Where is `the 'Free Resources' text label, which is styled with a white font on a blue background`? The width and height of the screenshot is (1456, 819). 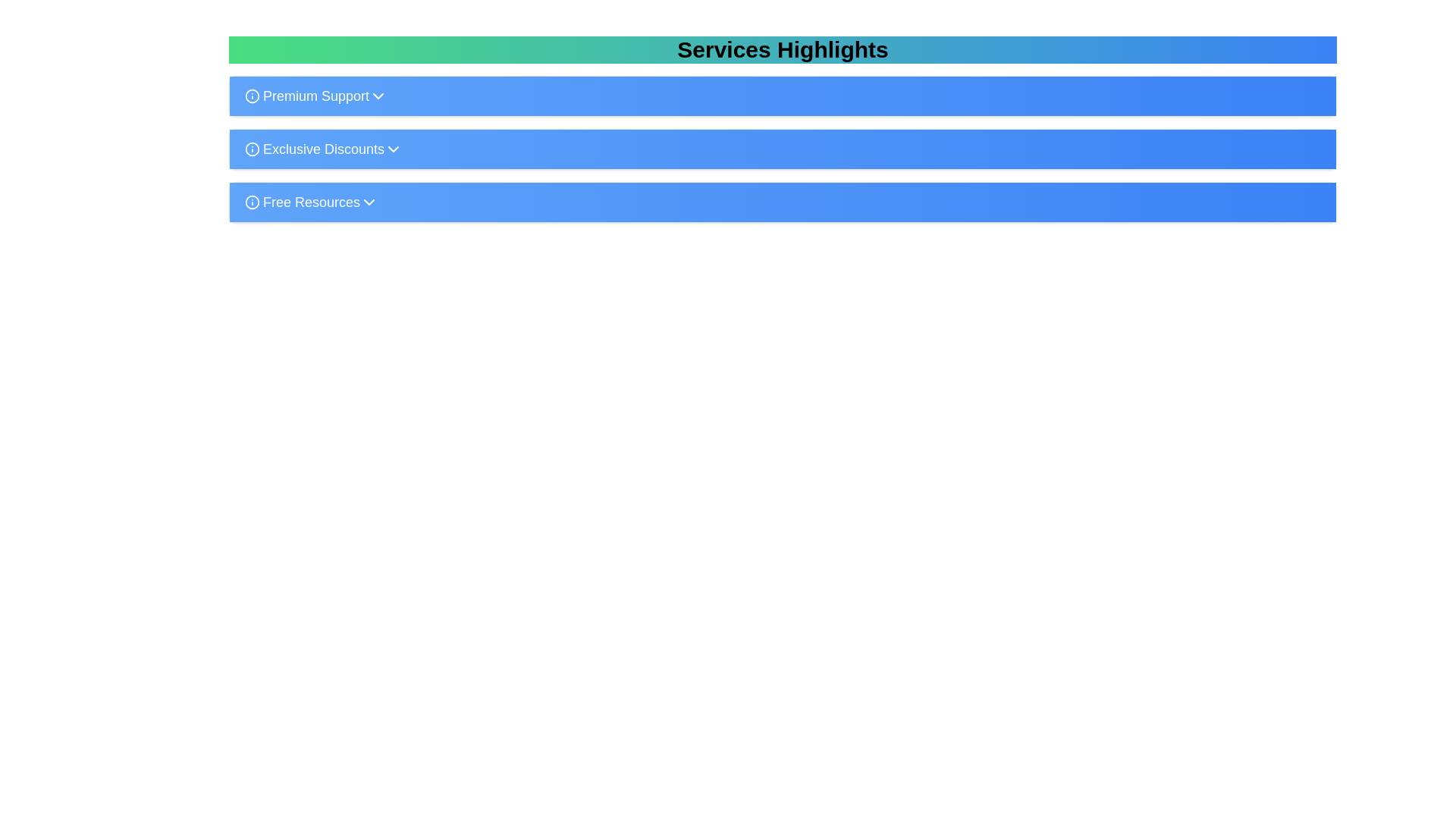 the 'Free Resources' text label, which is styled with a white font on a blue background is located at coordinates (311, 201).